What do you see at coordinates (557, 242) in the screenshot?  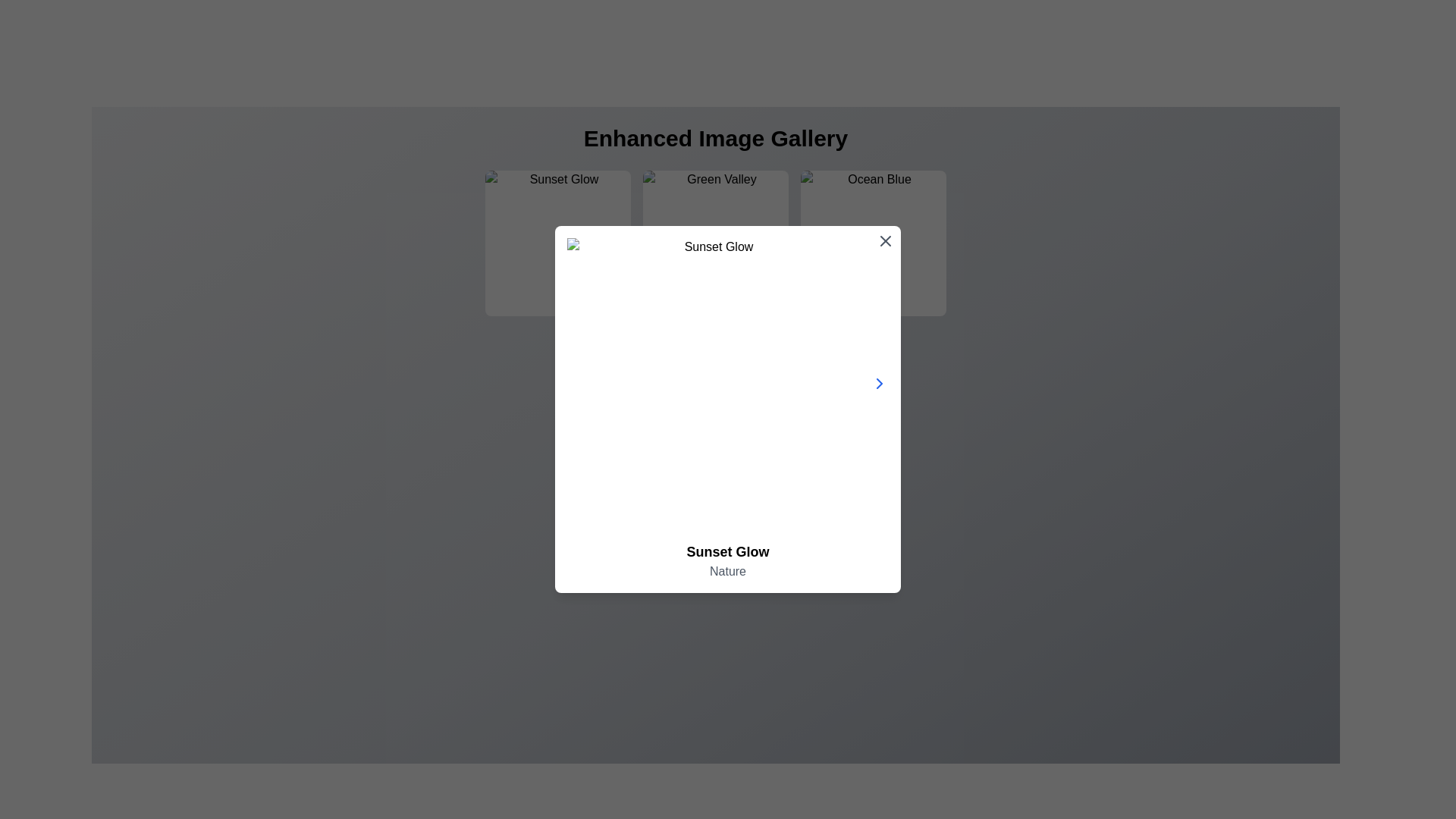 I see `the first interactive card in the horizontally arranged list` at bounding box center [557, 242].